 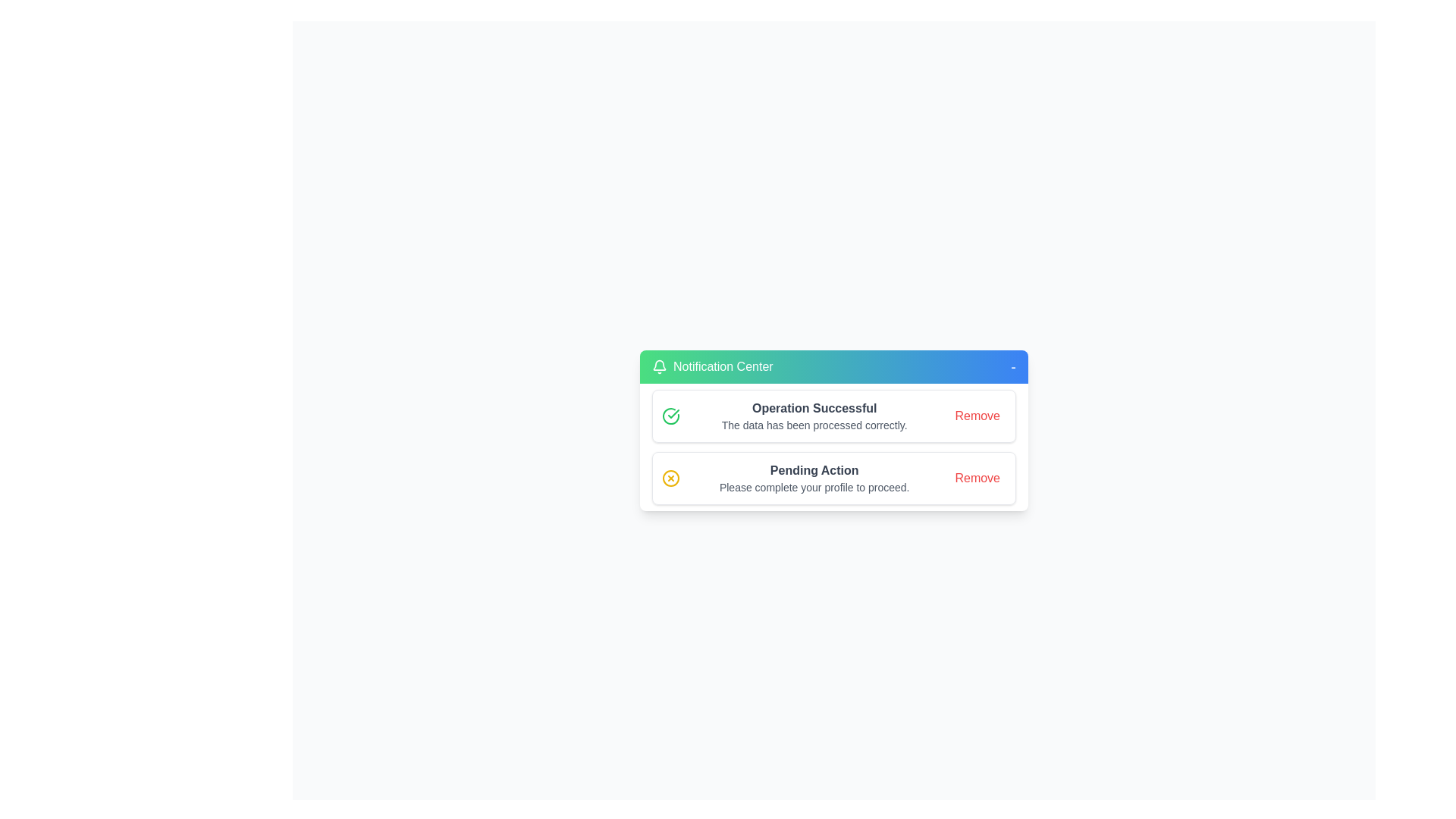 I want to click on text displayed in the text label that says 'Please complete your profile to proceed.', located directly below the title 'Pending Action' in the second notification card, so click(x=814, y=488).